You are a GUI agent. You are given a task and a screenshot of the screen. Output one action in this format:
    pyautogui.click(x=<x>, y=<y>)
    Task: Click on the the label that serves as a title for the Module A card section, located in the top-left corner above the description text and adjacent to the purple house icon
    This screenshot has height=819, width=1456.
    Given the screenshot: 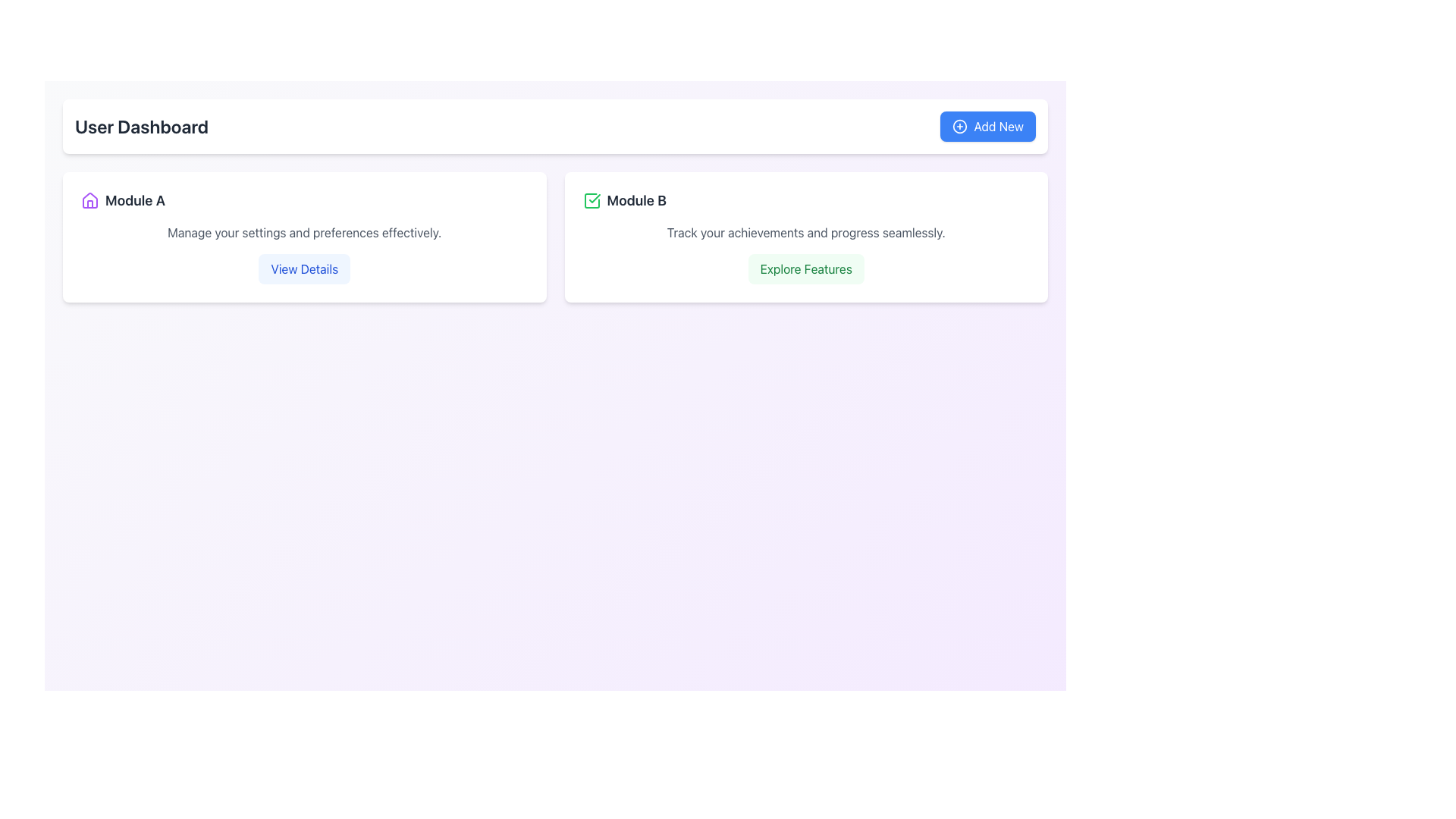 What is the action you would take?
    pyautogui.click(x=135, y=200)
    